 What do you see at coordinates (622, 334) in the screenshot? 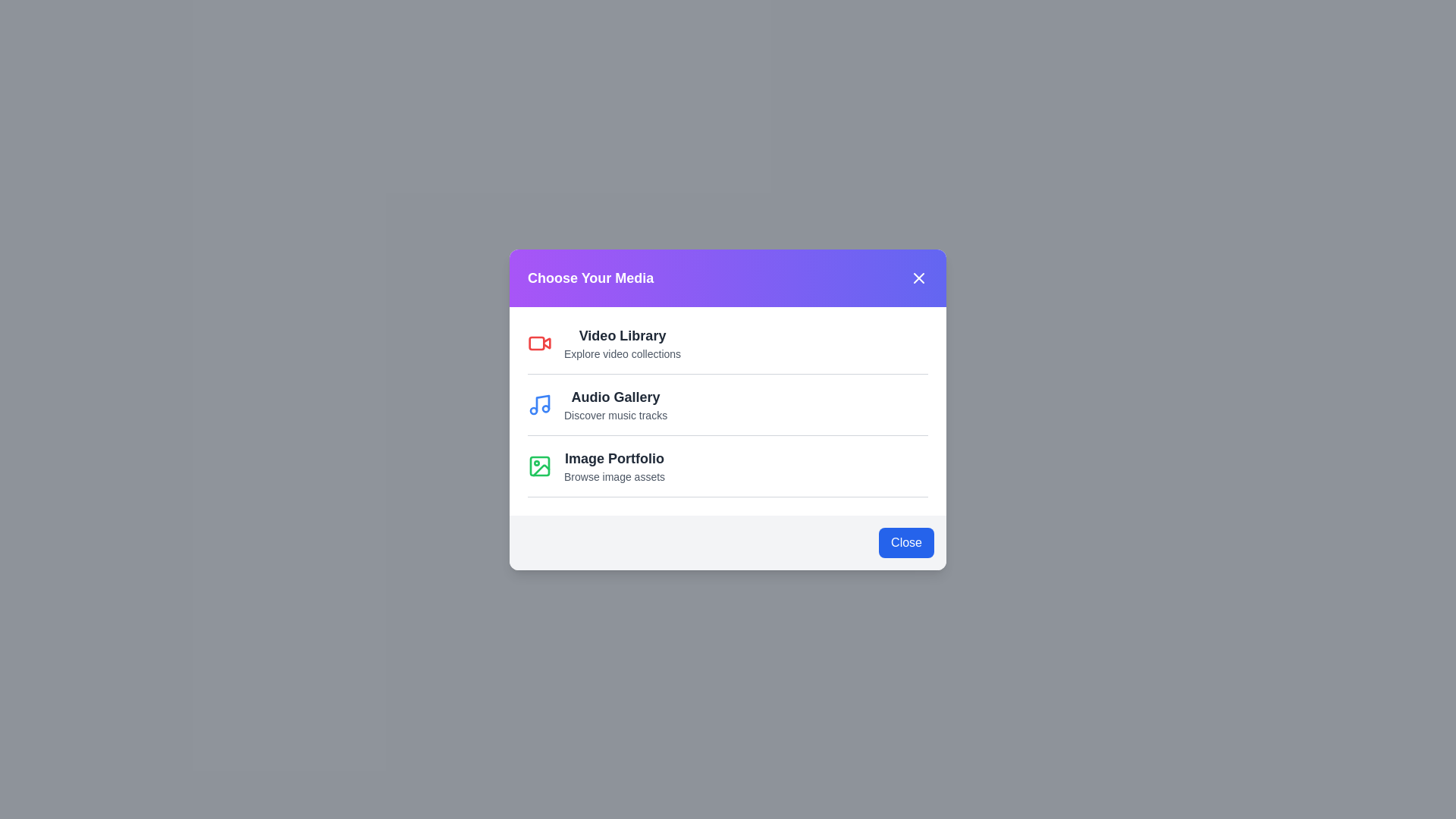
I see `the 'Video Library' option to select it` at bounding box center [622, 334].